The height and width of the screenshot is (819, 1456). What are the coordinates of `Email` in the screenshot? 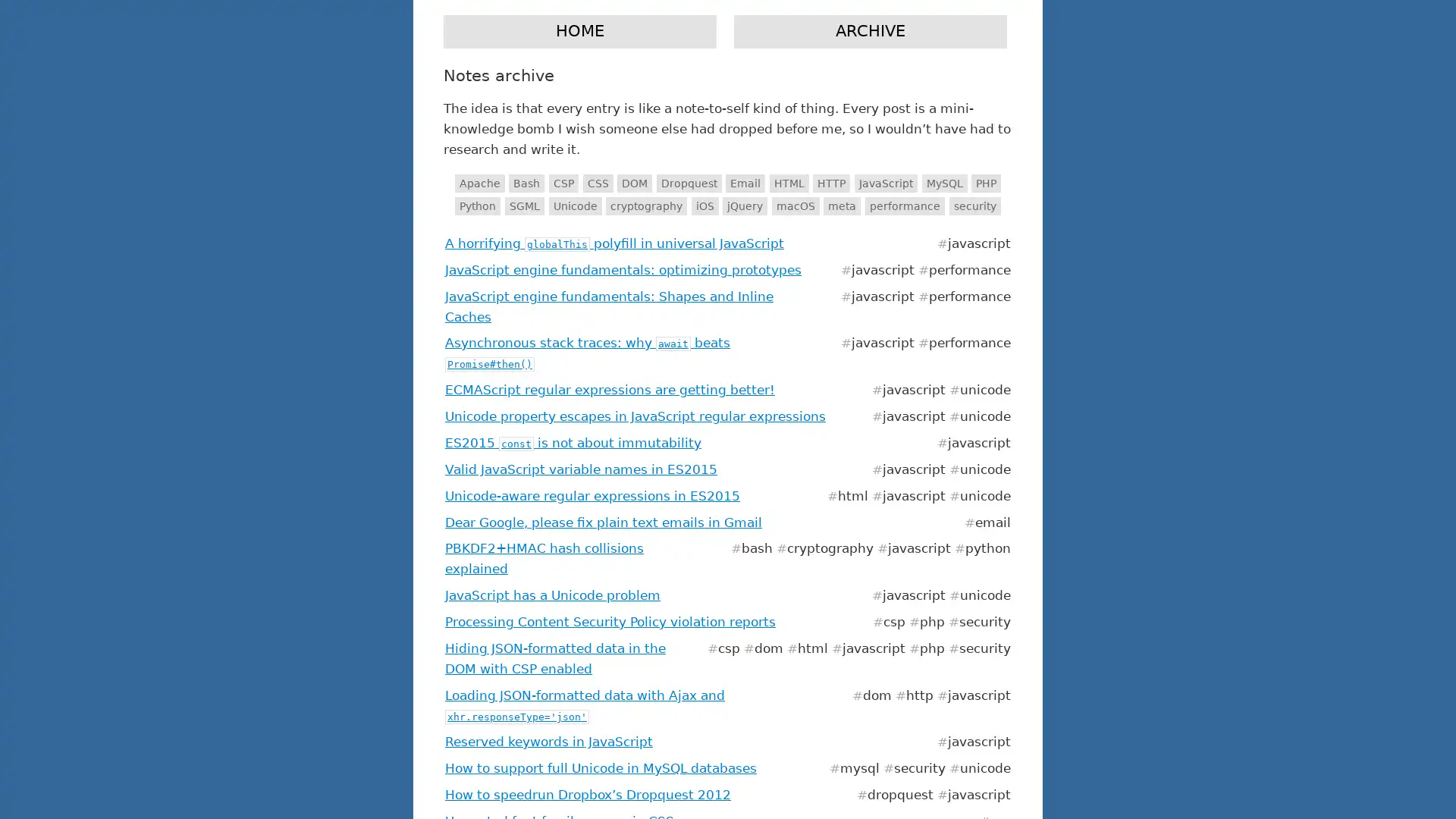 It's located at (745, 183).